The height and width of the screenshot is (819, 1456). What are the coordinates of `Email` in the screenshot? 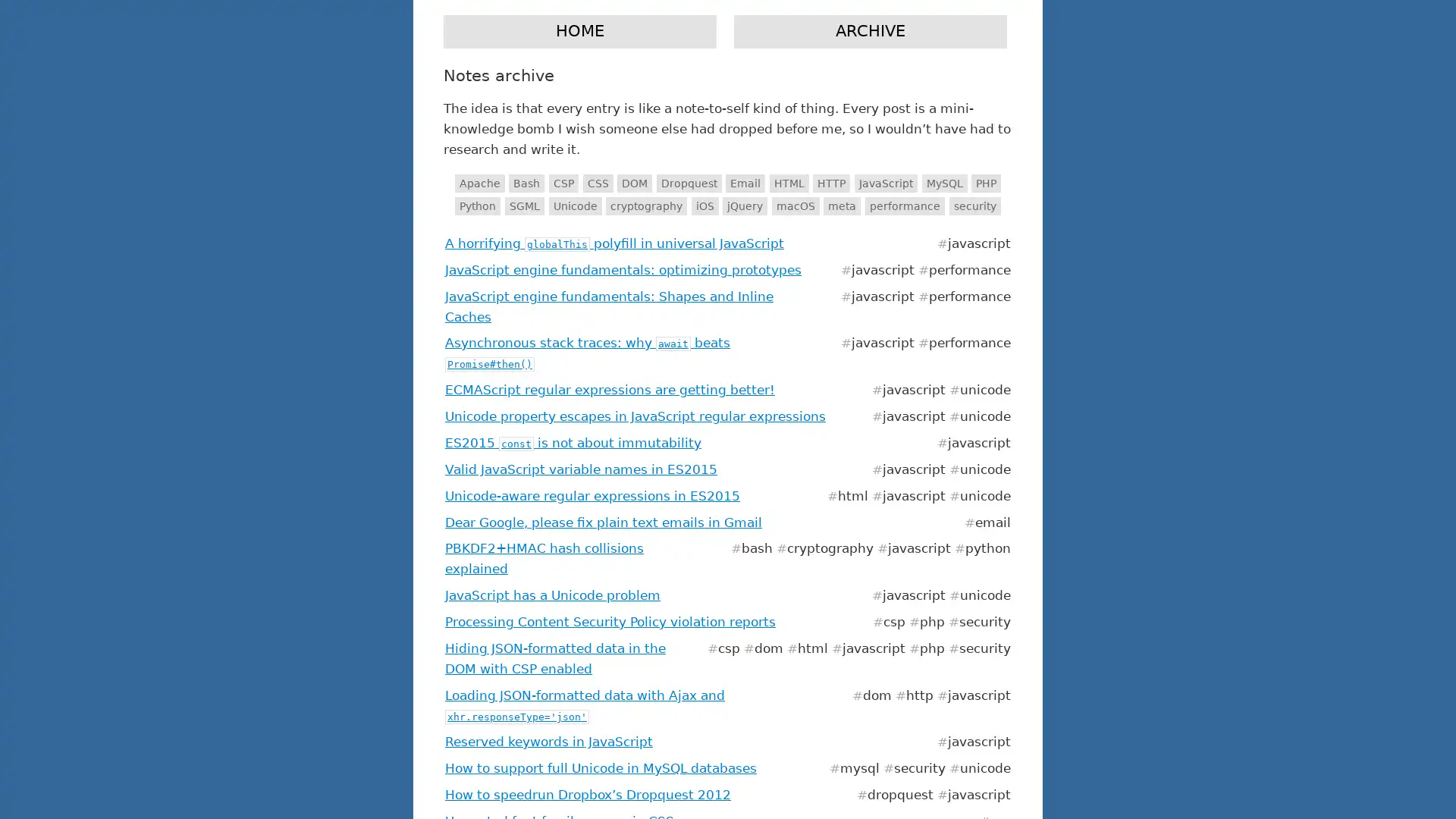 It's located at (745, 183).